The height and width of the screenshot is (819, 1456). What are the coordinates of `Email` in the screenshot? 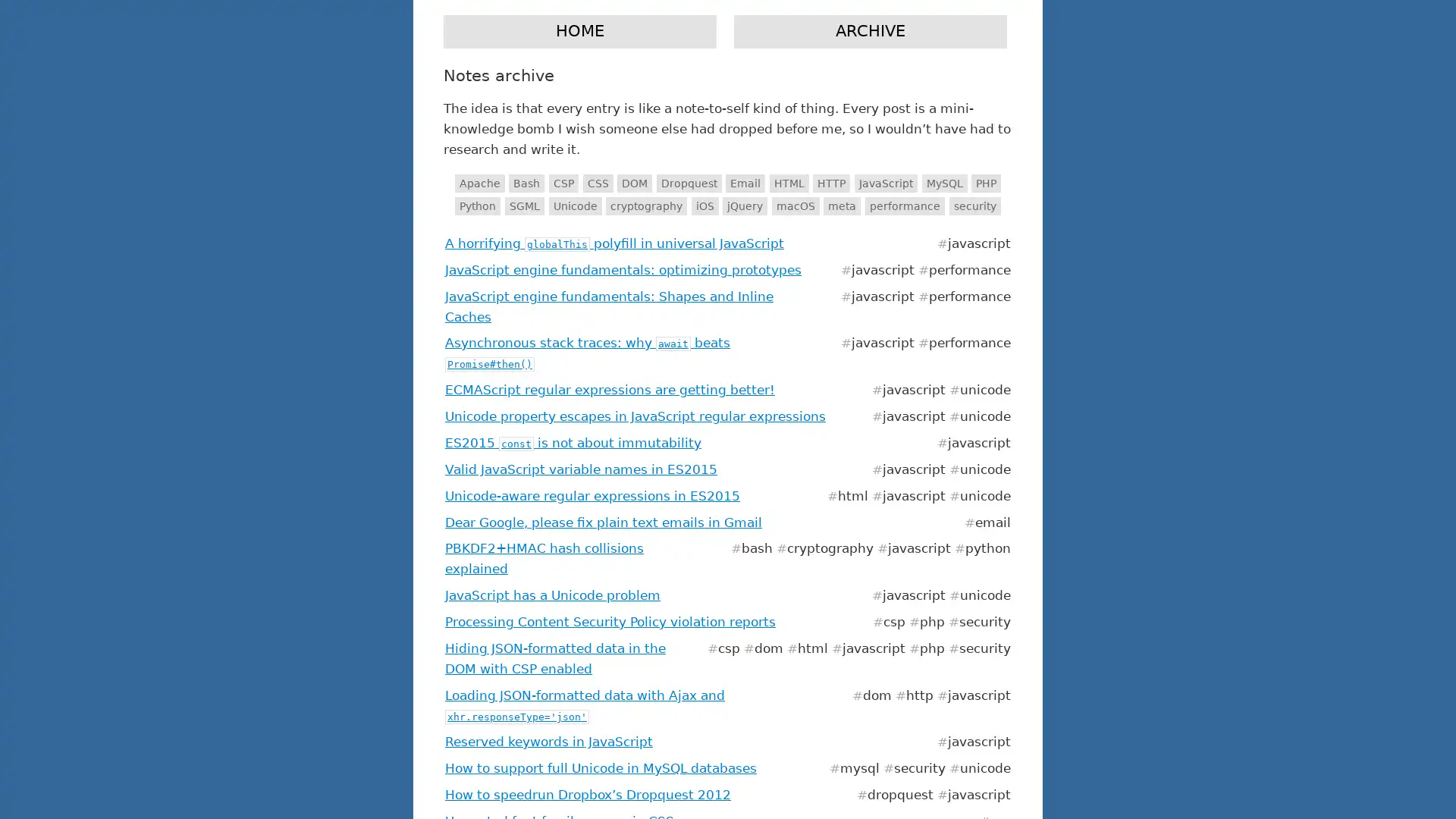 It's located at (745, 183).